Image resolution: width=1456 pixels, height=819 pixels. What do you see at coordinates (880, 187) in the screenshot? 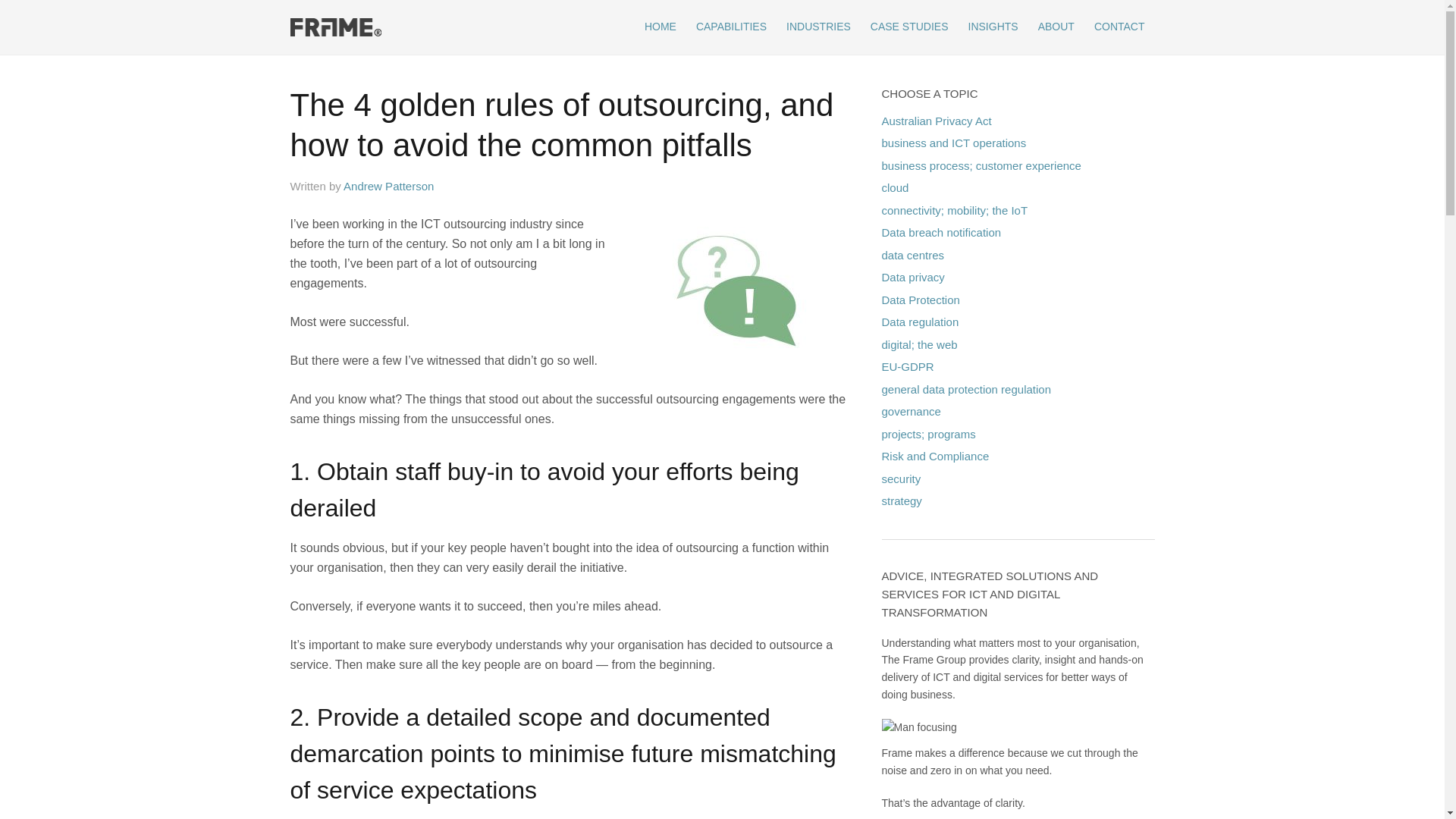
I see `'cloud'` at bounding box center [880, 187].